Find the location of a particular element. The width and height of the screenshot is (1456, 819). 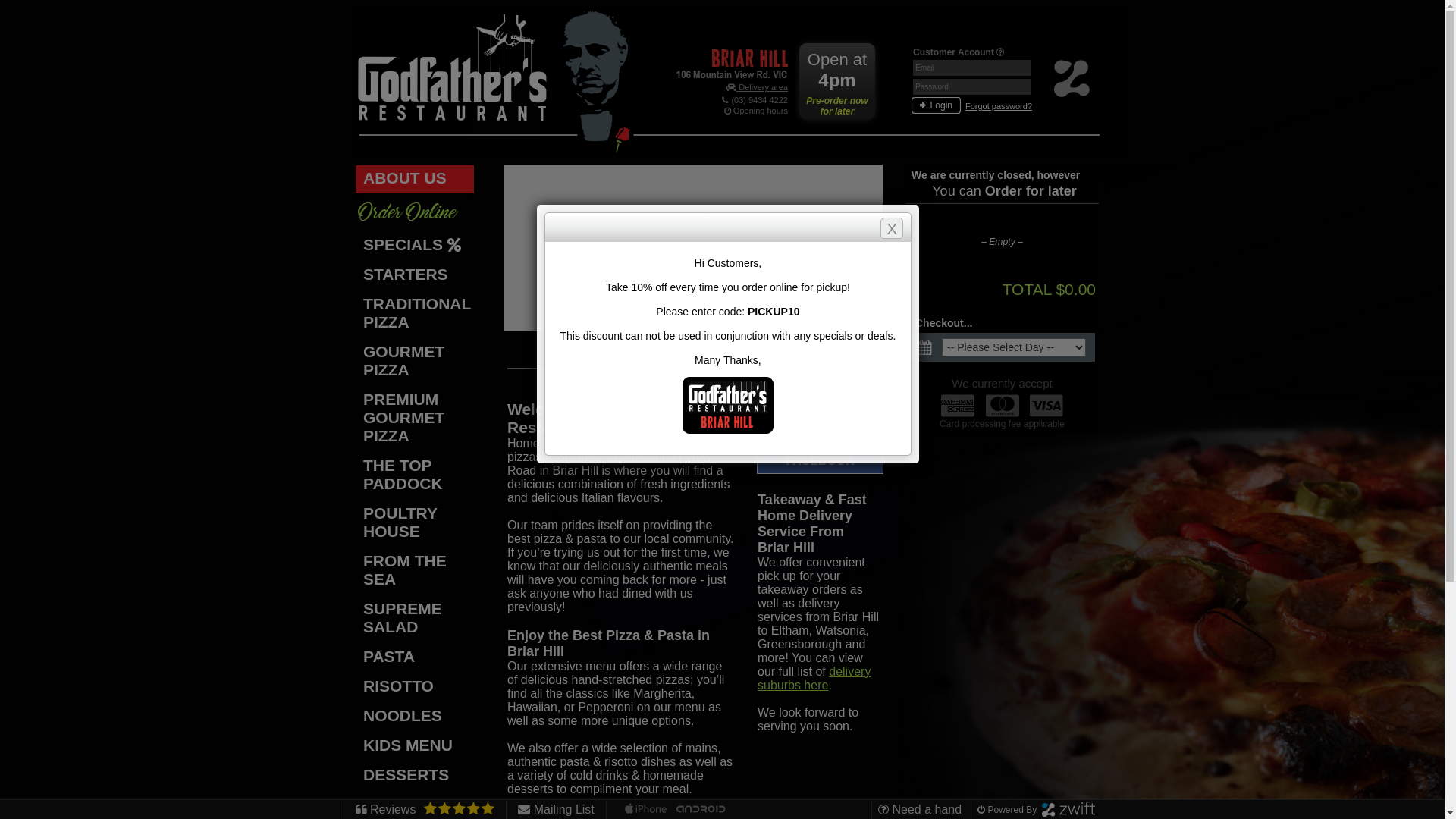

'Login' is located at coordinates (935, 104).